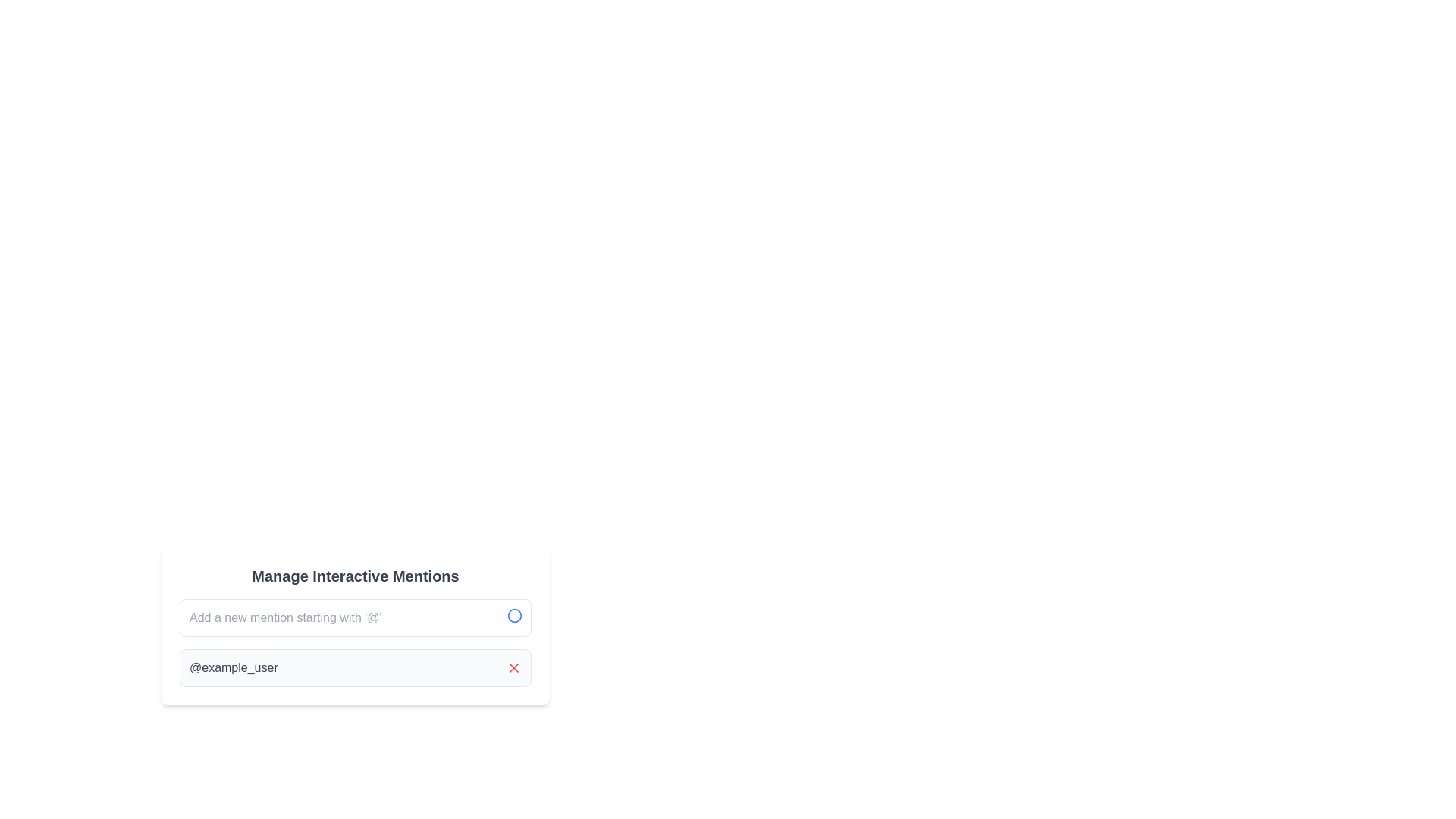 This screenshot has height=819, width=1456. What do you see at coordinates (355, 617) in the screenshot?
I see `the blue circular button on the far-right end of the input box with placeholder text 'Add a new mention starting with '@''` at bounding box center [355, 617].